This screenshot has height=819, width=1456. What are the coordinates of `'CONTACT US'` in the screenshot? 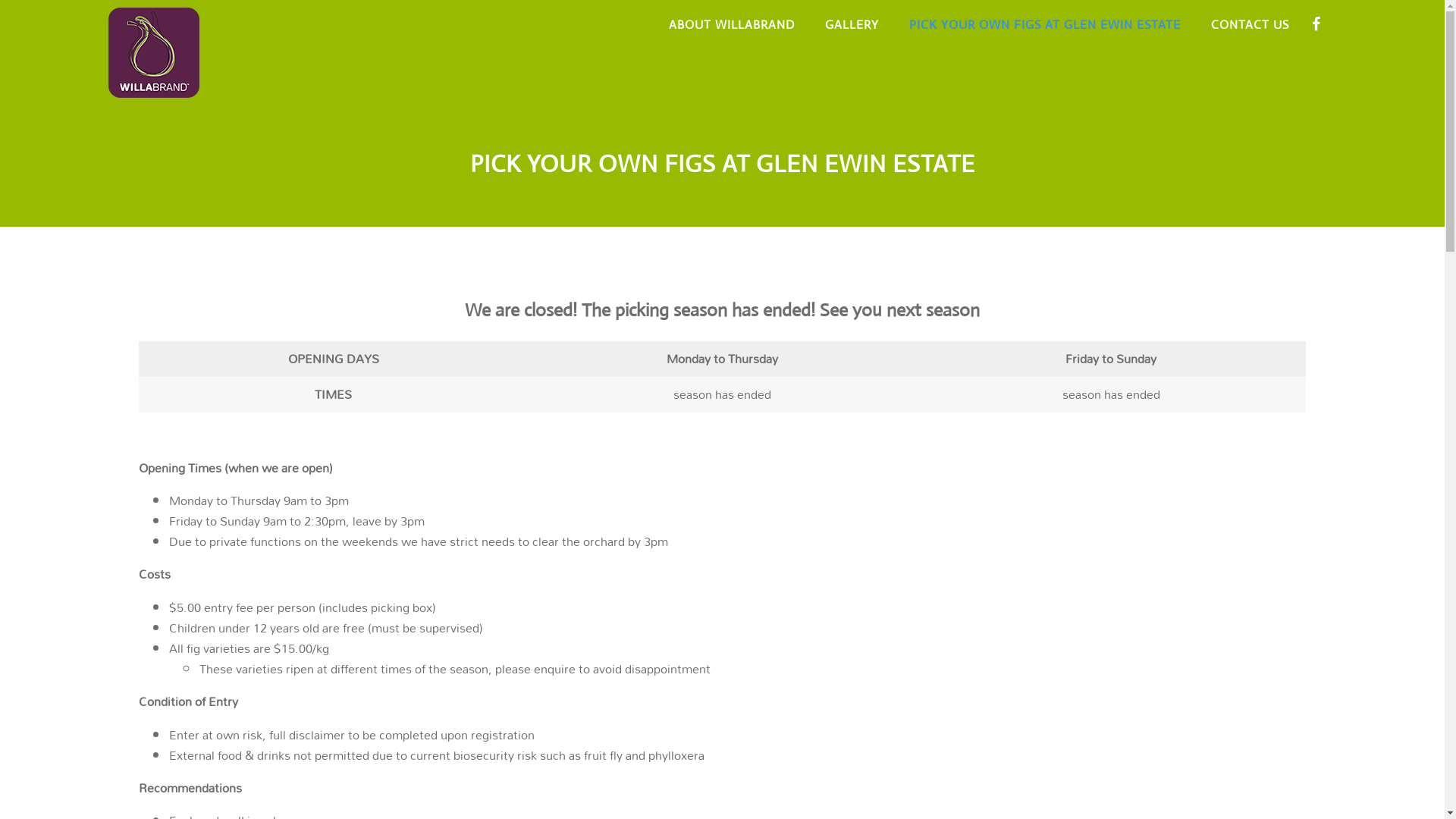 It's located at (1250, 25).